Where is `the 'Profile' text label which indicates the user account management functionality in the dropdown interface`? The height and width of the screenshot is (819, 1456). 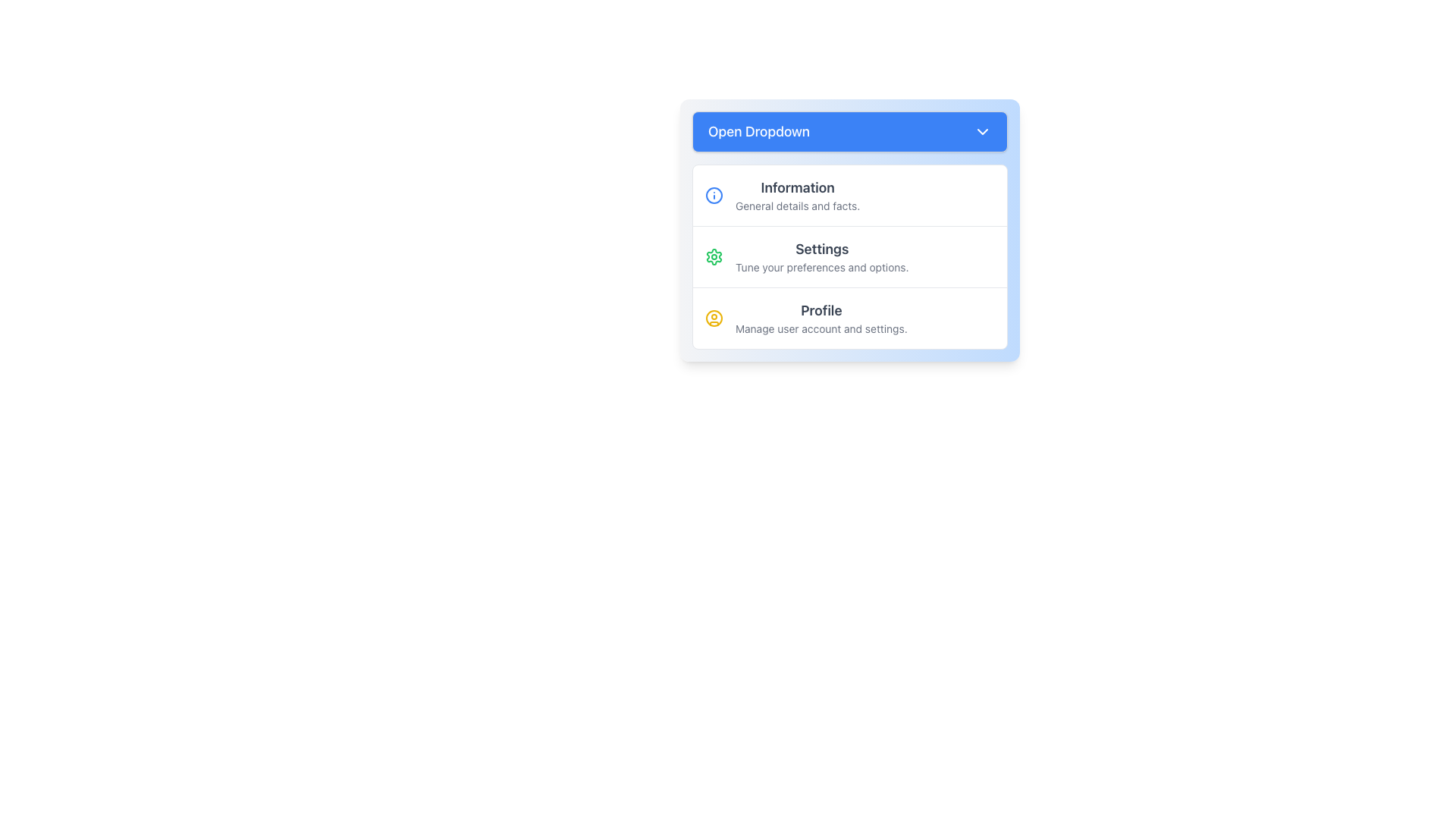 the 'Profile' text label which indicates the user account management functionality in the dropdown interface is located at coordinates (821, 309).